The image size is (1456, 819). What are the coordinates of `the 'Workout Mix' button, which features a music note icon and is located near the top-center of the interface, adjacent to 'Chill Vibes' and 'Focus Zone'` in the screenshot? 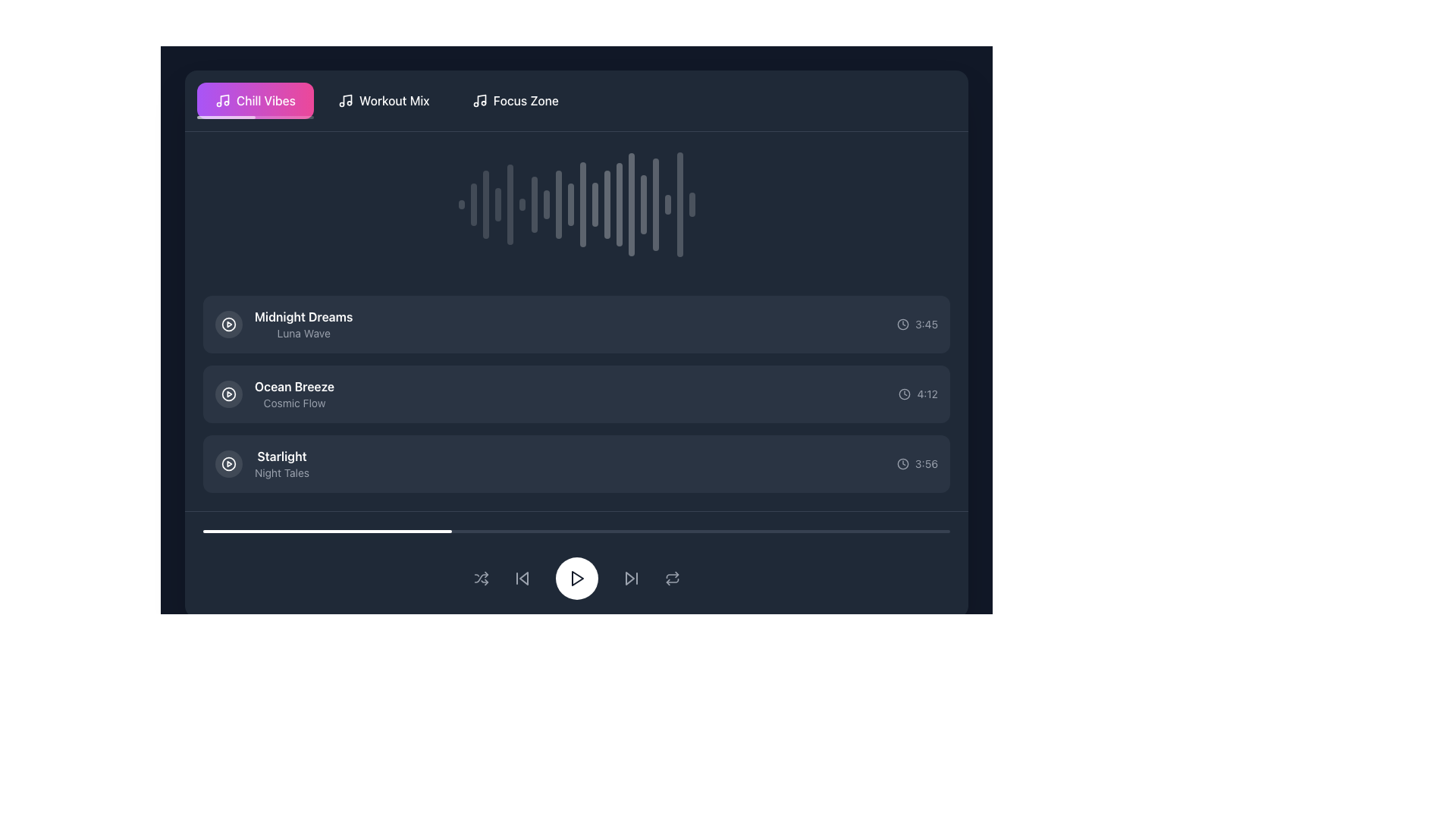 It's located at (384, 100).